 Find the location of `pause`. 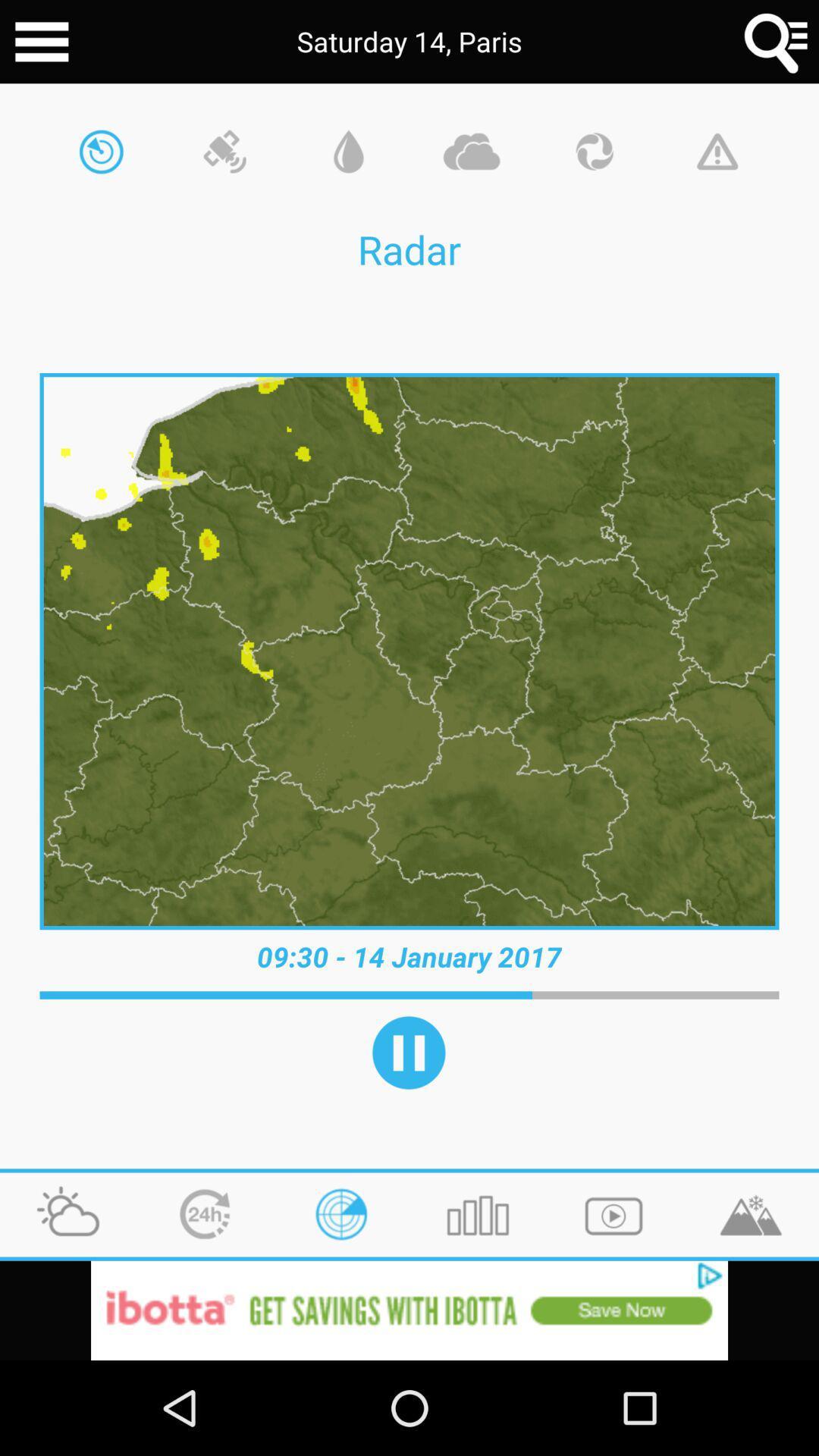

pause is located at coordinates (408, 1052).